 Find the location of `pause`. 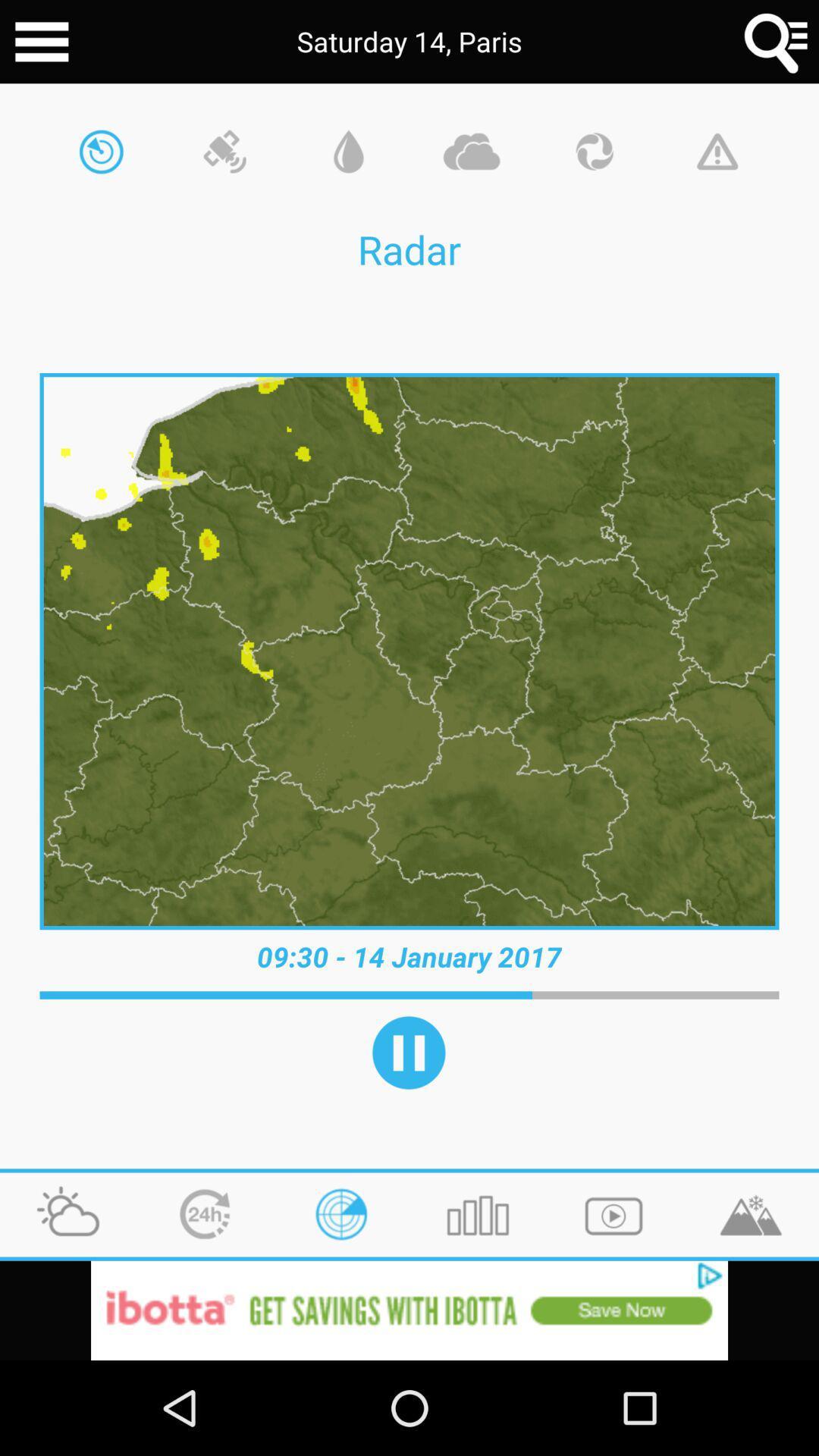

pause is located at coordinates (408, 1052).